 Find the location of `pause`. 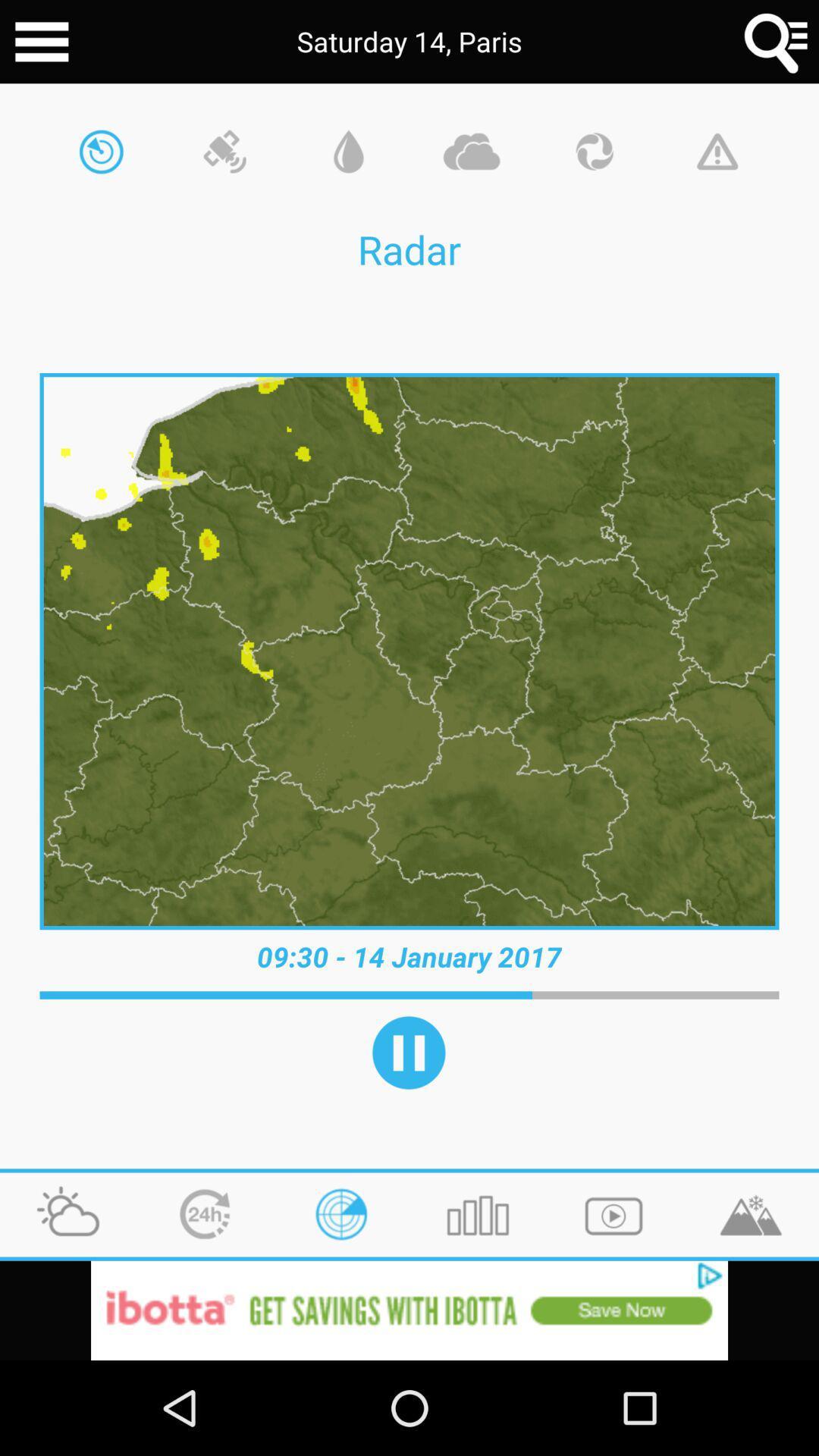

pause is located at coordinates (408, 1052).